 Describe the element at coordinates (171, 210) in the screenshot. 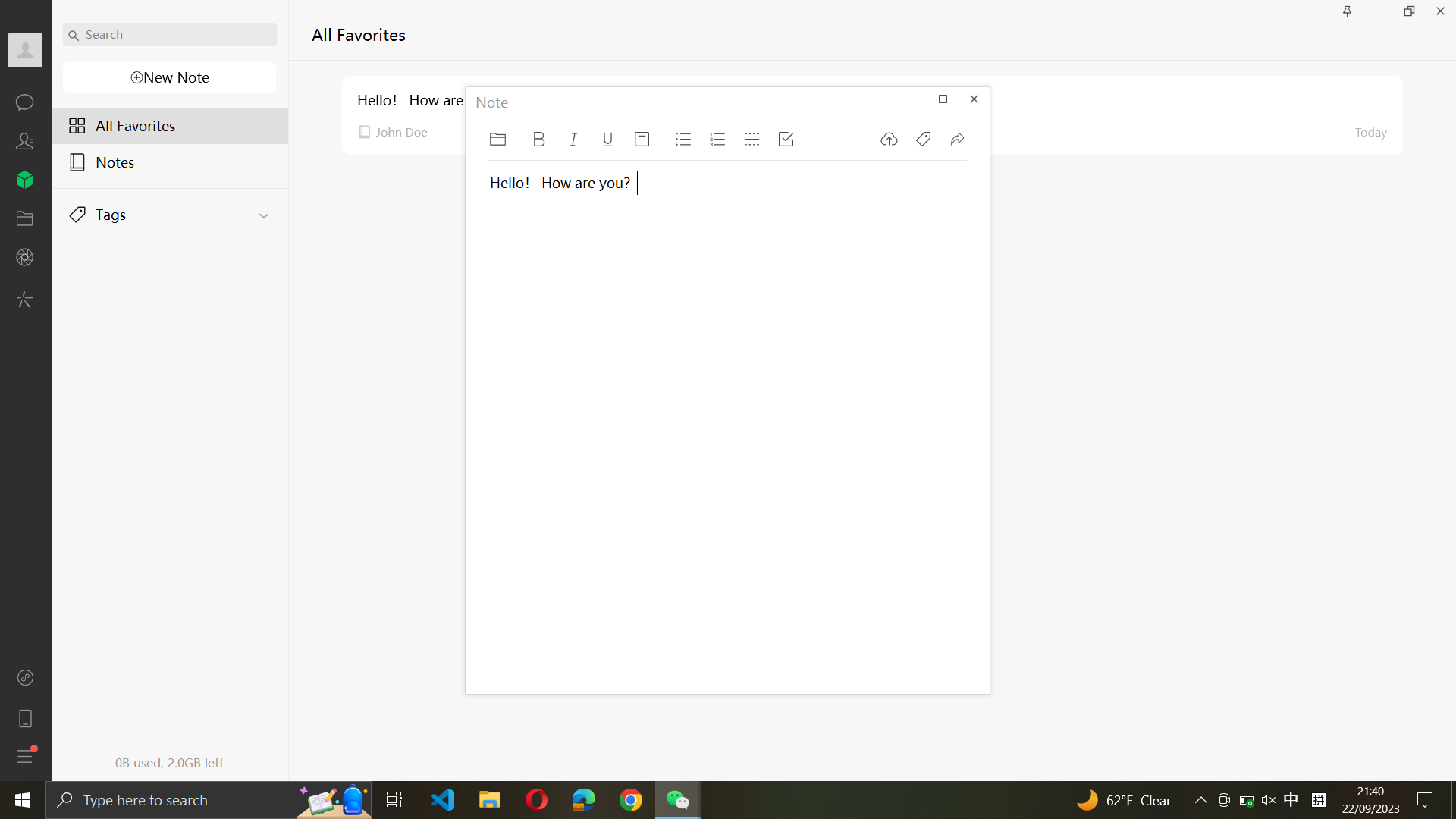

I see `the "expand_tags" button` at that location.